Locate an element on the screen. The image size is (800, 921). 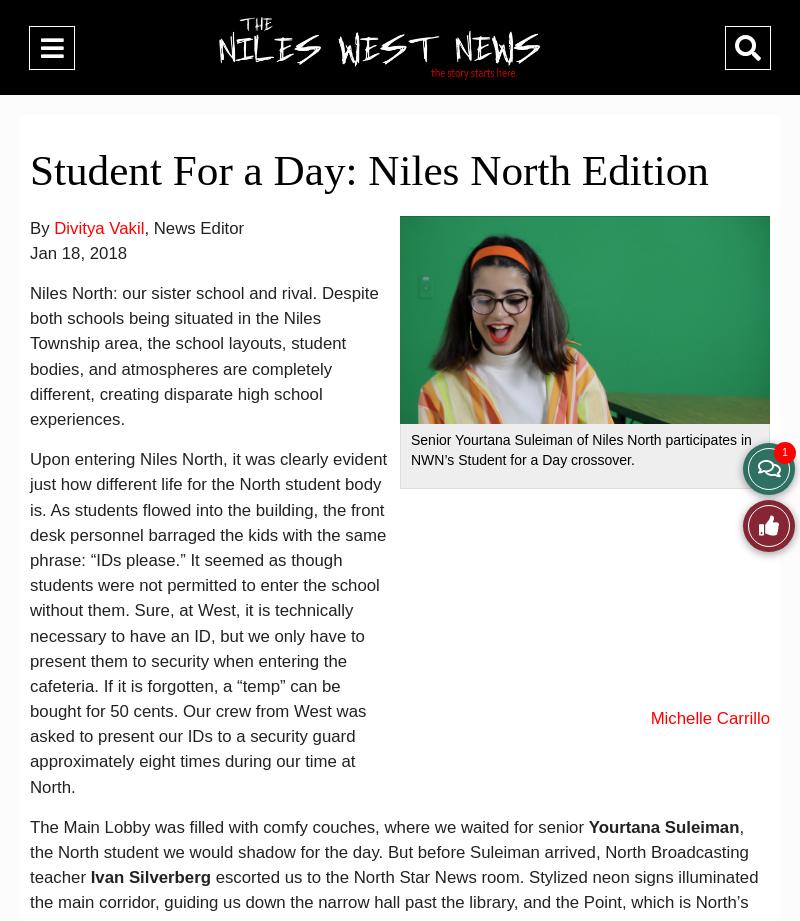
'Jan 18, 2018' is located at coordinates (30, 251).